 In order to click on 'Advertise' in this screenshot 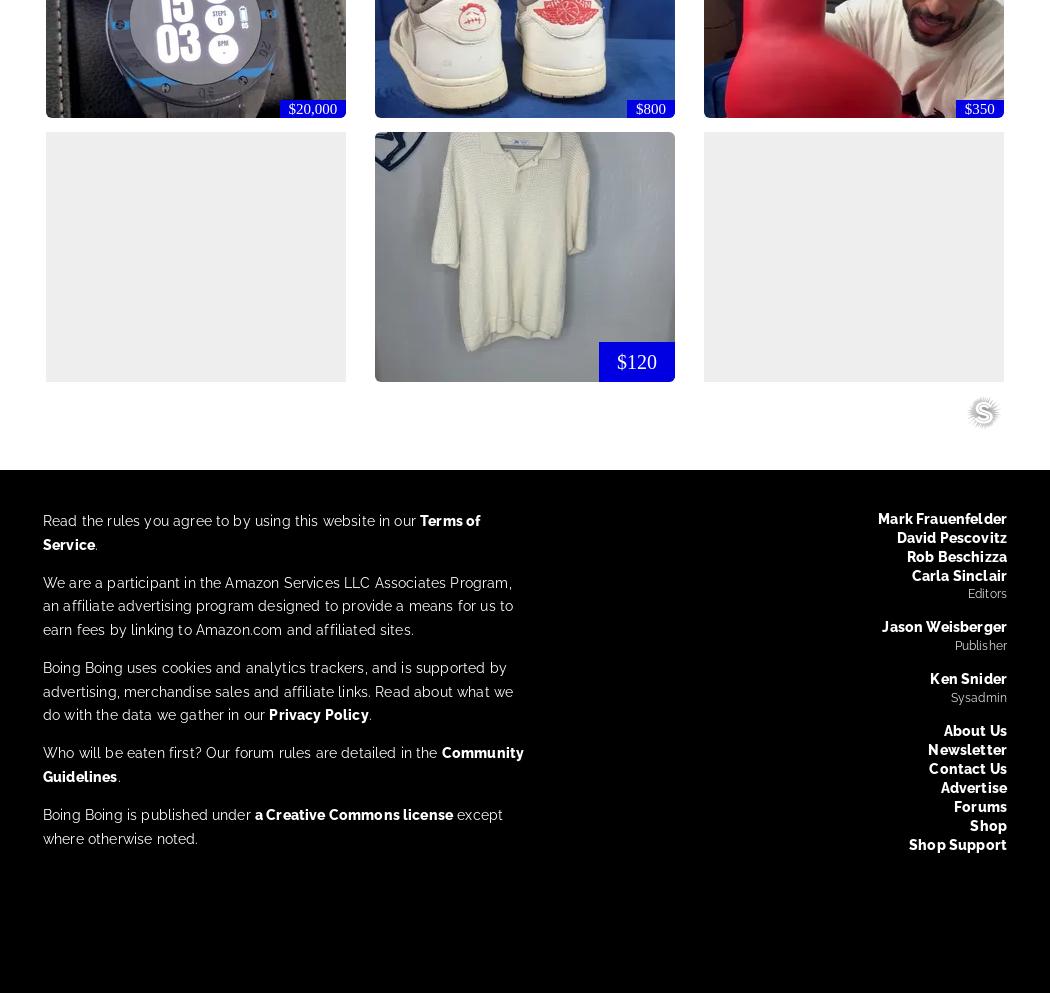, I will do `click(972, 785)`.